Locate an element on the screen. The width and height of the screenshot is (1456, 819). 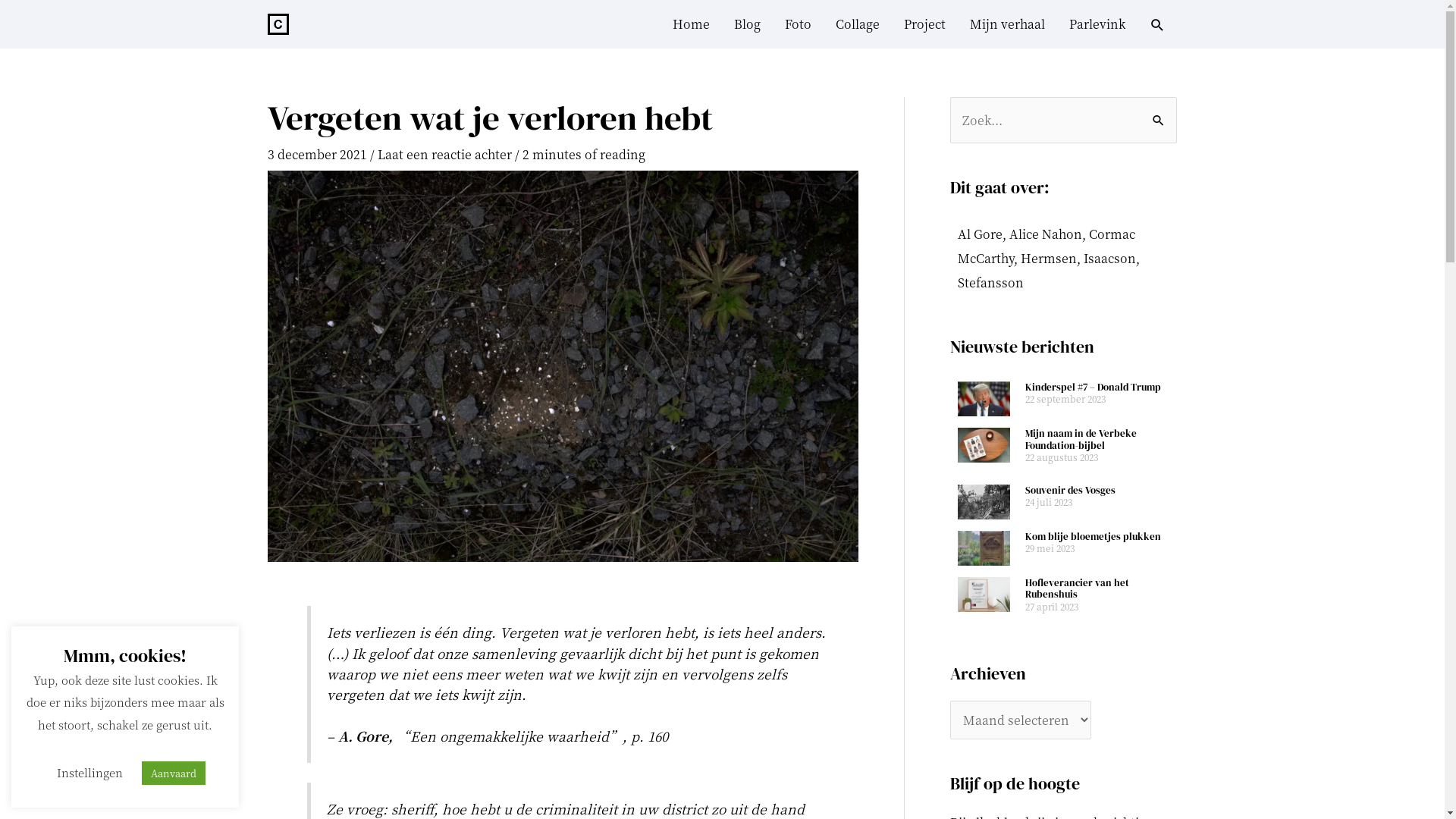
'Blog' is located at coordinates (747, 24).